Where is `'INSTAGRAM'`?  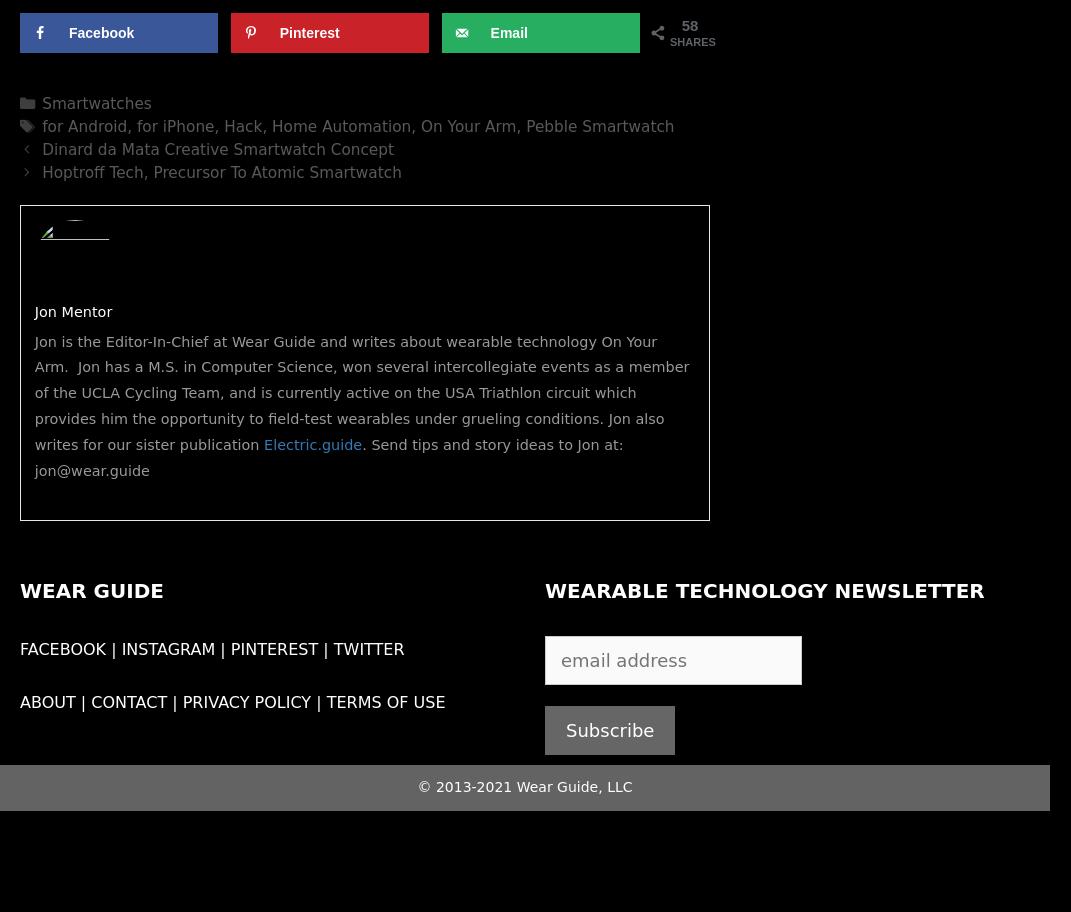
'INSTAGRAM' is located at coordinates (167, 648).